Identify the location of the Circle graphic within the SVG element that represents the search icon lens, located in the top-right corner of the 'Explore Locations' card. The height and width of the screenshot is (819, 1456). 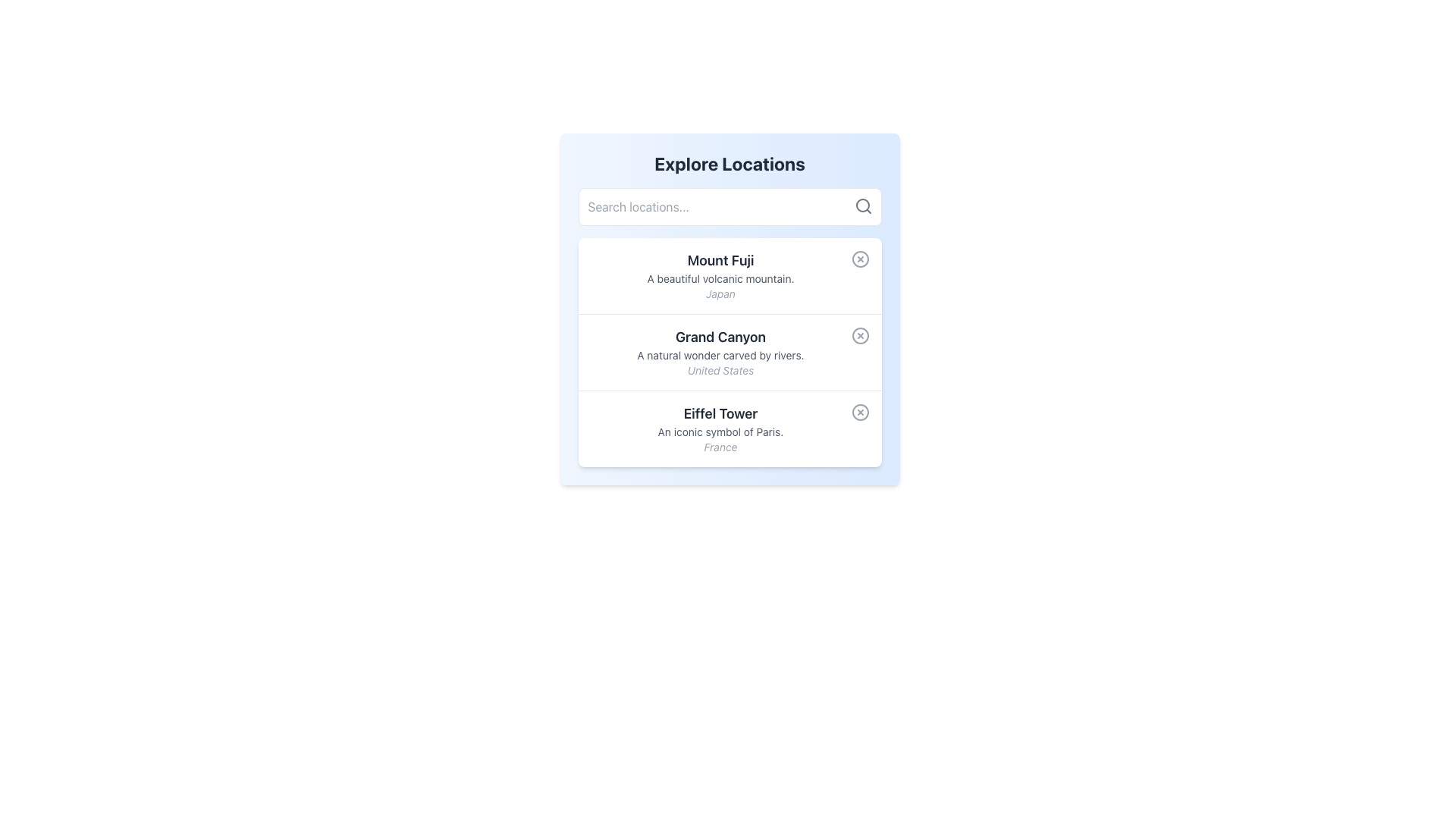
(862, 205).